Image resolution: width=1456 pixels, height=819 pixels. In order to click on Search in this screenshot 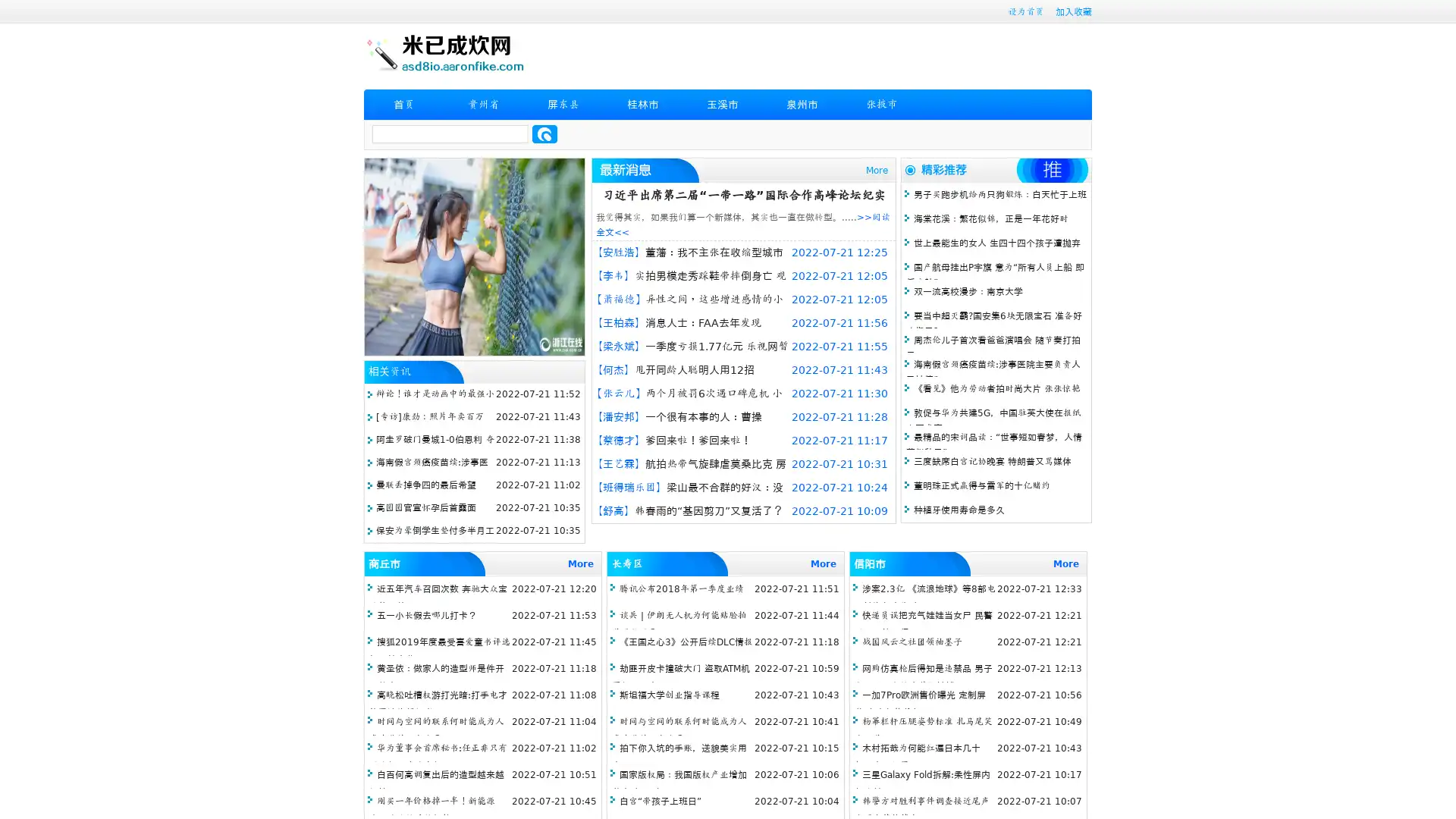, I will do `click(544, 133)`.